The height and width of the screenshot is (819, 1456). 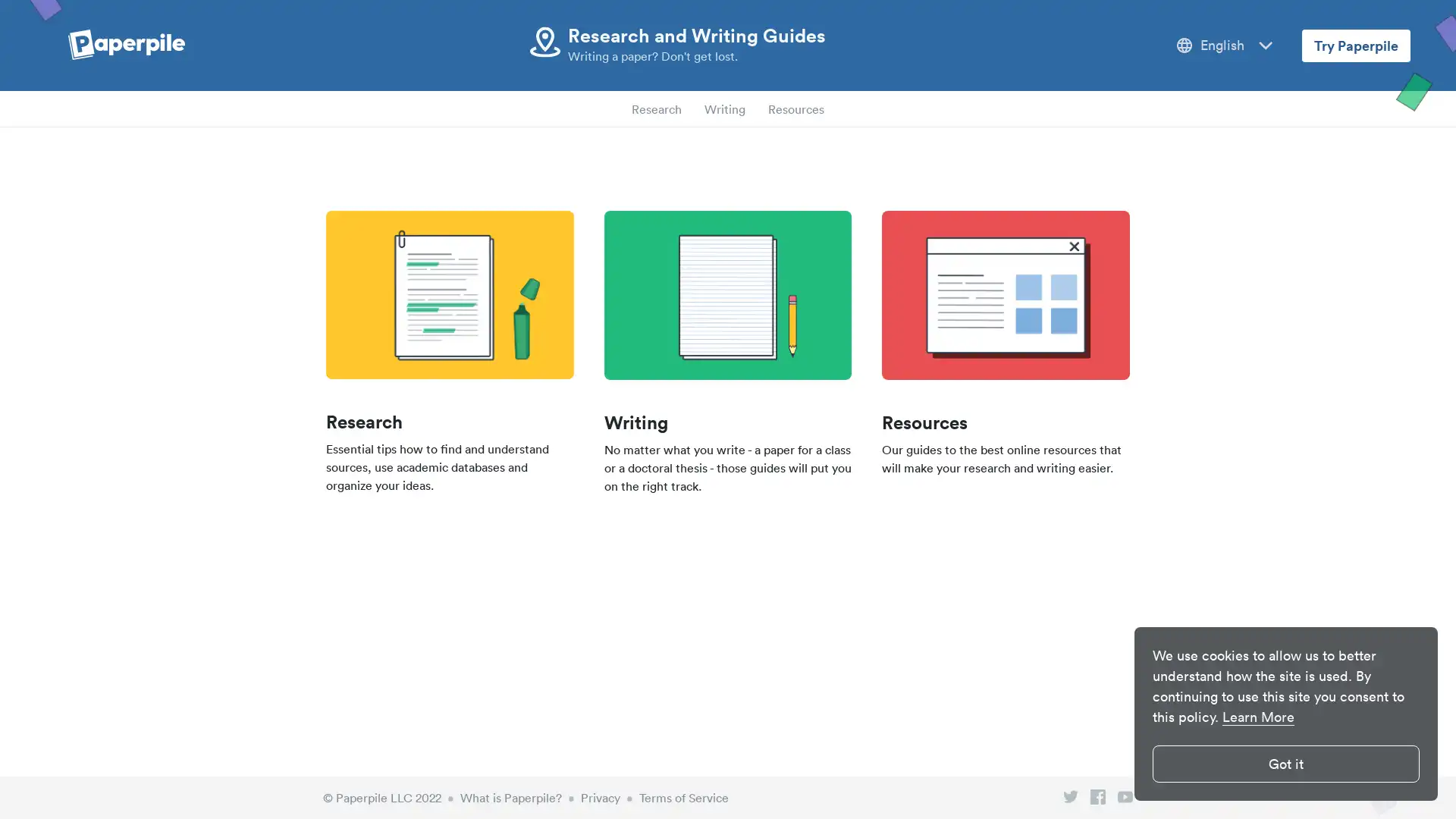 I want to click on English, so click(x=1225, y=45).